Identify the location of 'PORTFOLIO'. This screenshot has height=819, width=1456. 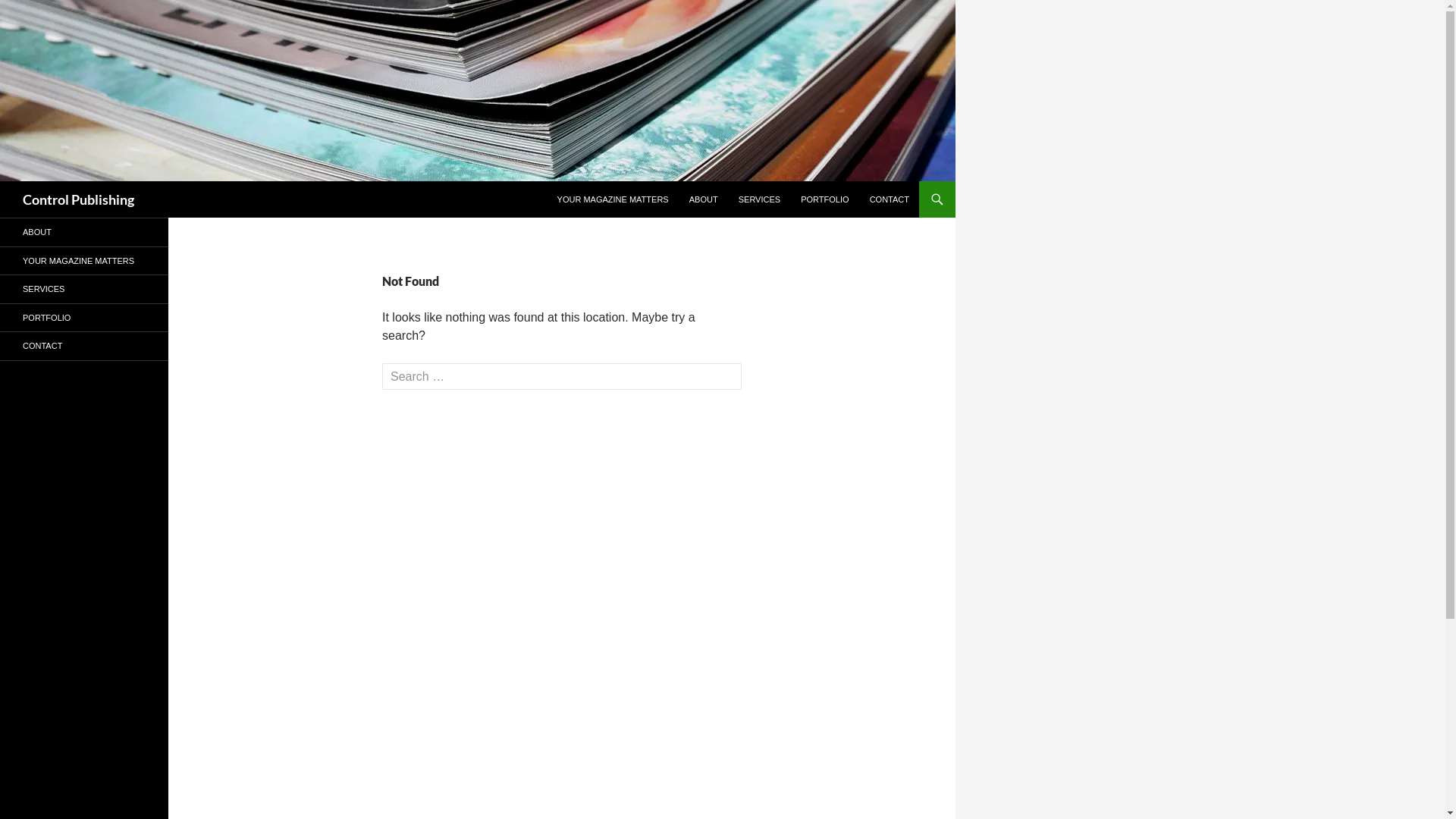
(83, 316).